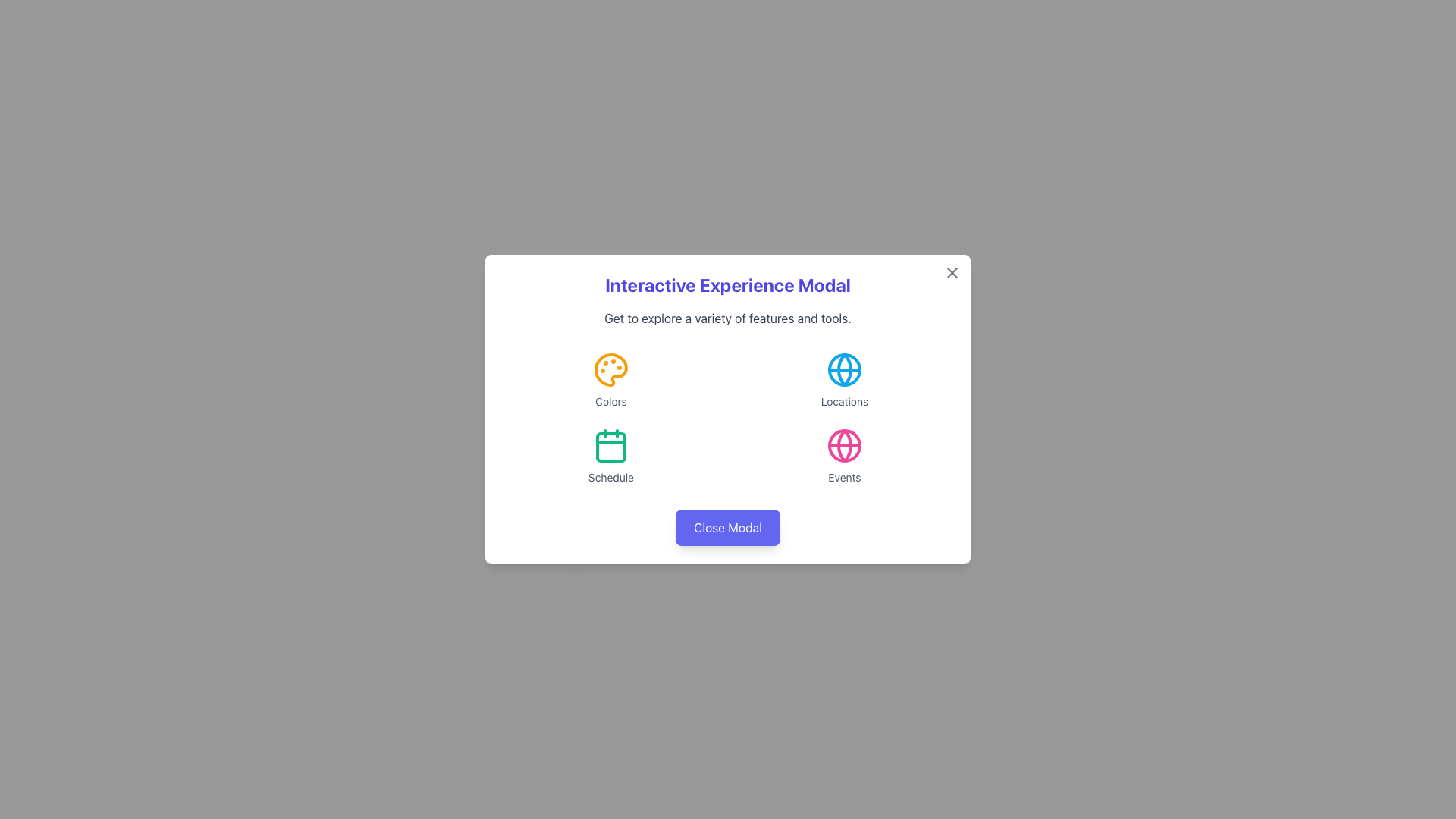 This screenshot has height=819, width=1456. What do you see at coordinates (843, 370) in the screenshot?
I see `the 'Locations' icon, which is centrally located within the 'Locations' section of the modal in the top-right region of the interactive grid` at bounding box center [843, 370].